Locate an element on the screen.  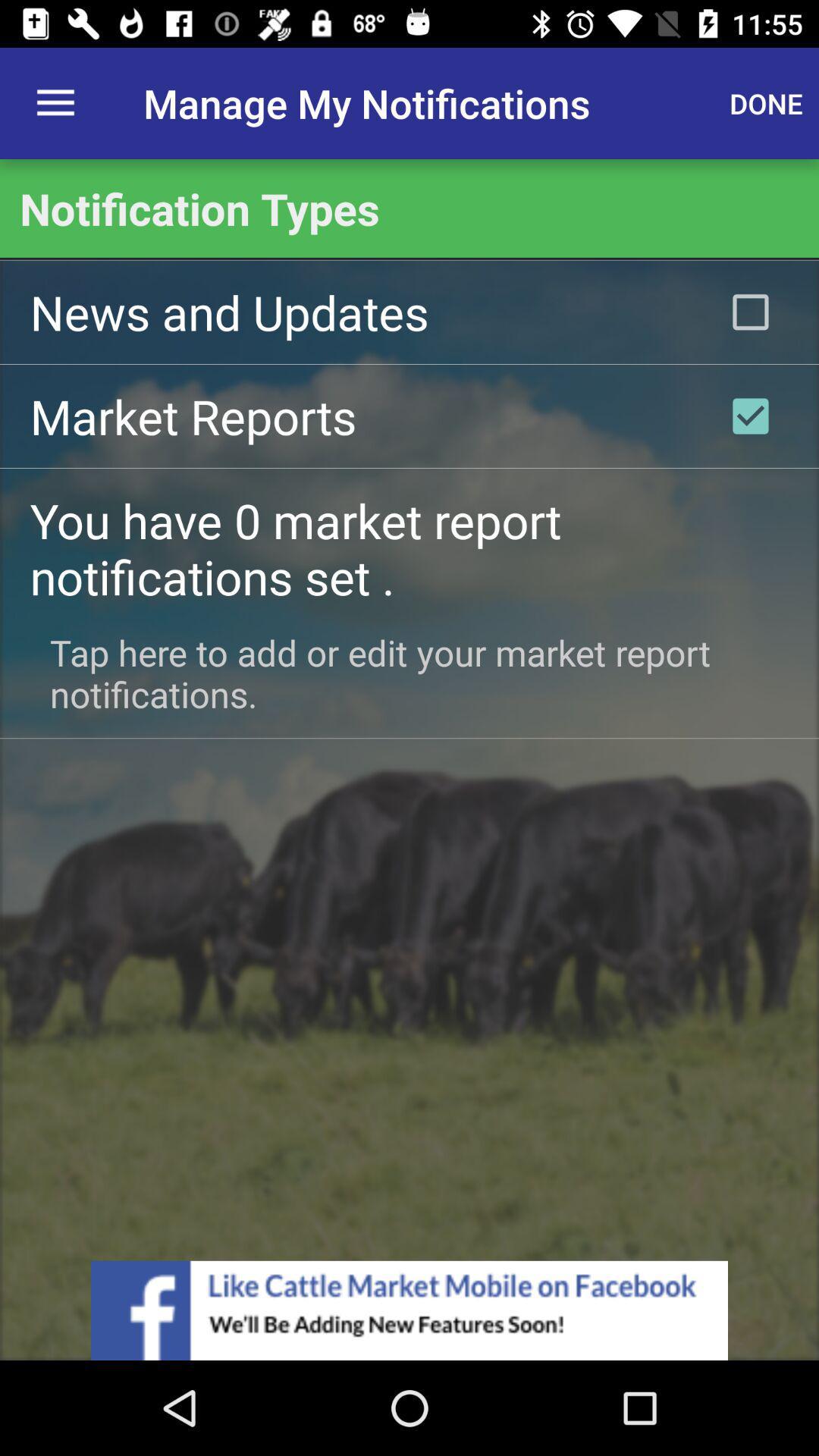
market reports is located at coordinates (751, 416).